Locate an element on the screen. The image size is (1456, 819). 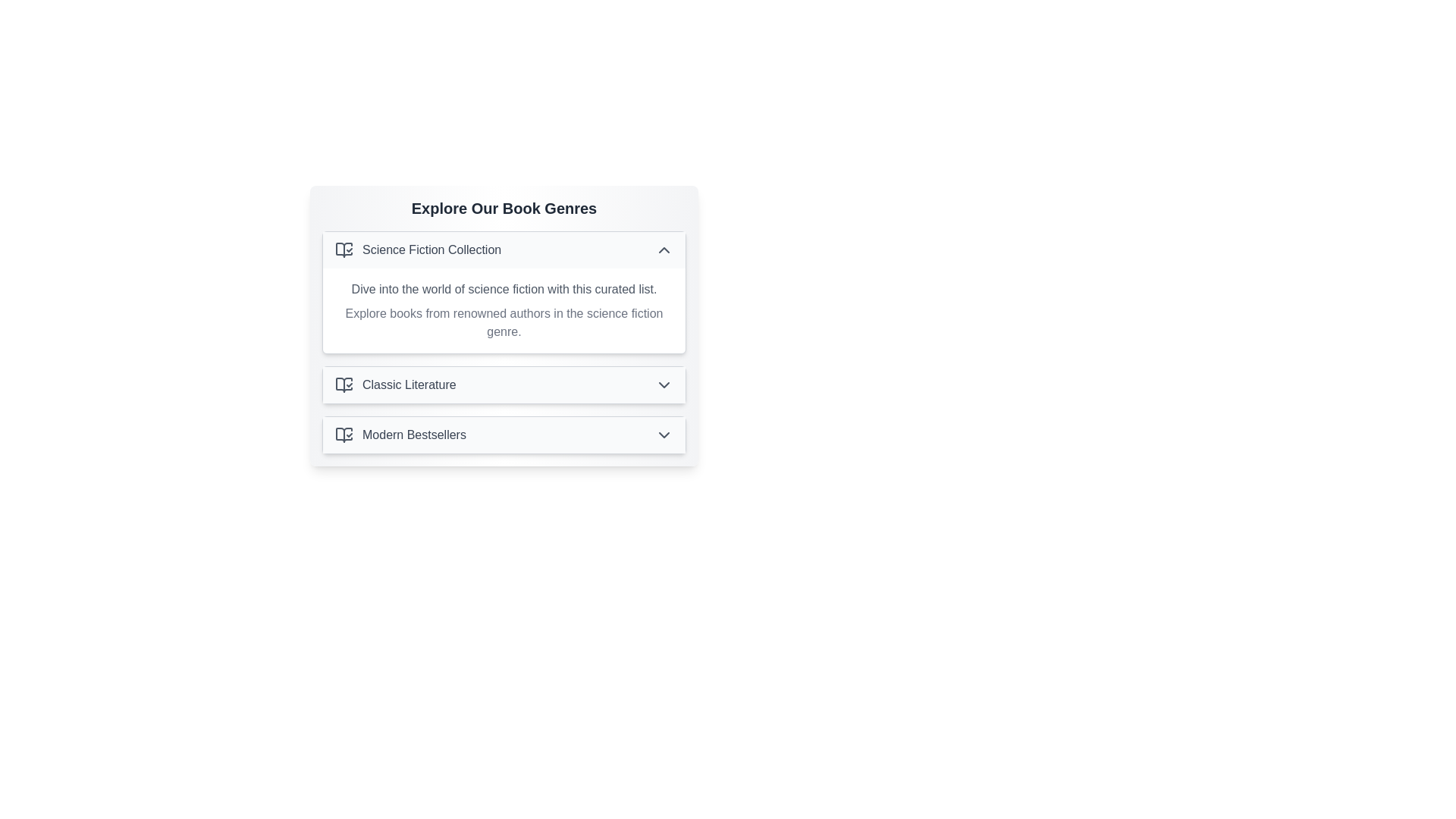
the 'Modern Bestsellers' text label, which is a category label in the genre list located to the right of a book icon with a checkmark is located at coordinates (414, 435).